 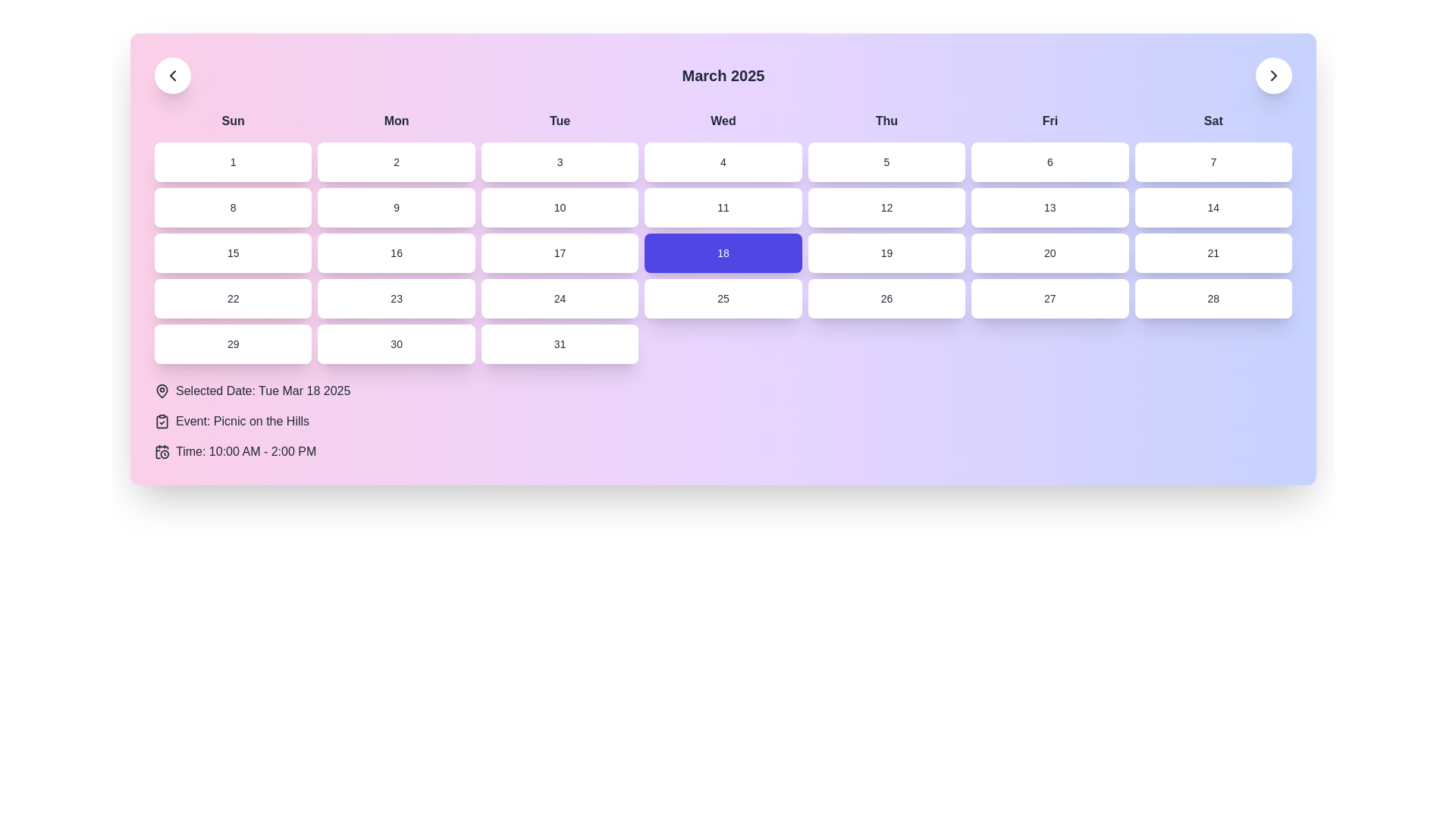 I want to click on the circular button with a left-chevron icon located near the top left corner of the interface, so click(x=172, y=76).